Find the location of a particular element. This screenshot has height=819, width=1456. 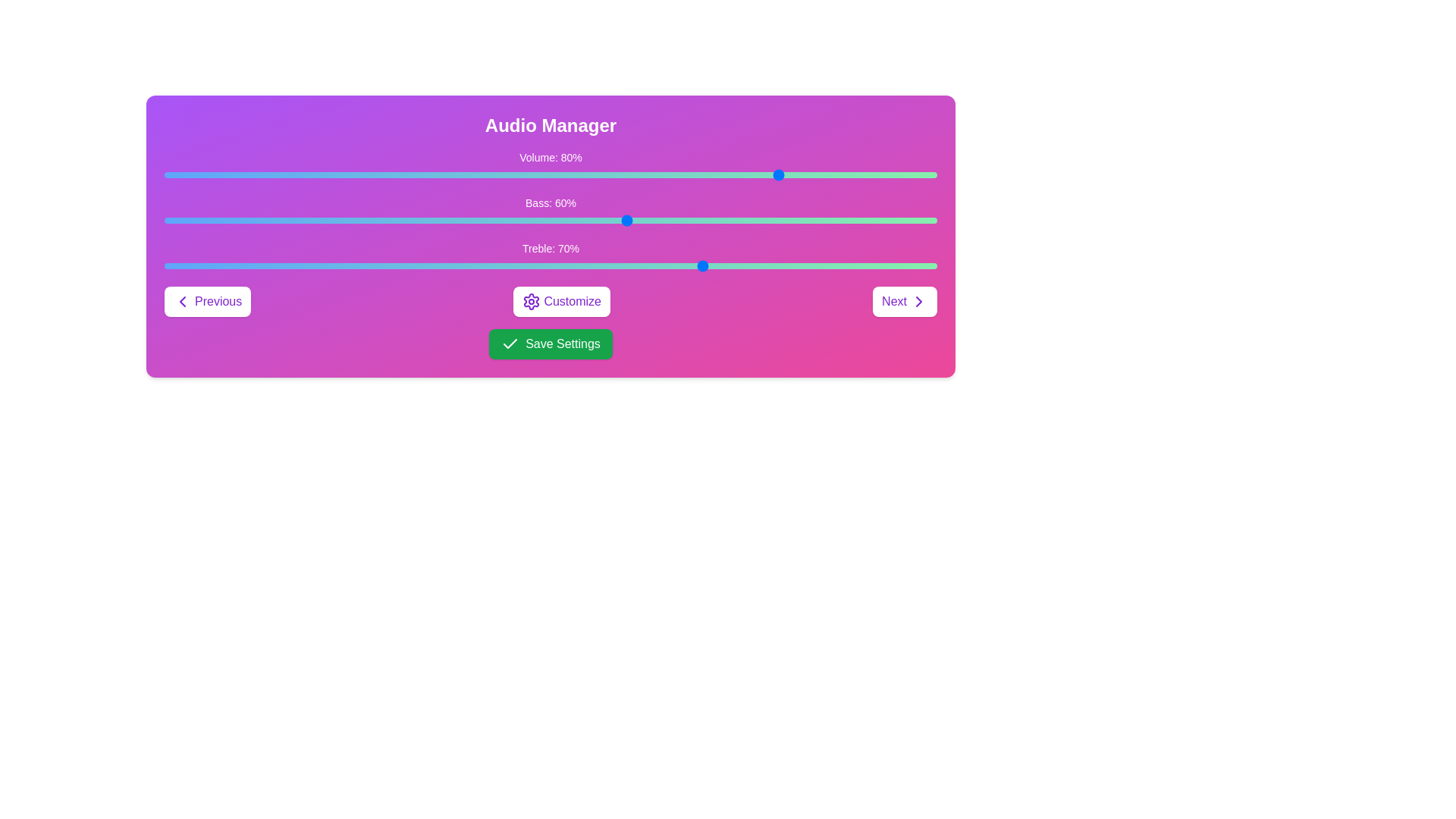

the slider is located at coordinates (341, 265).